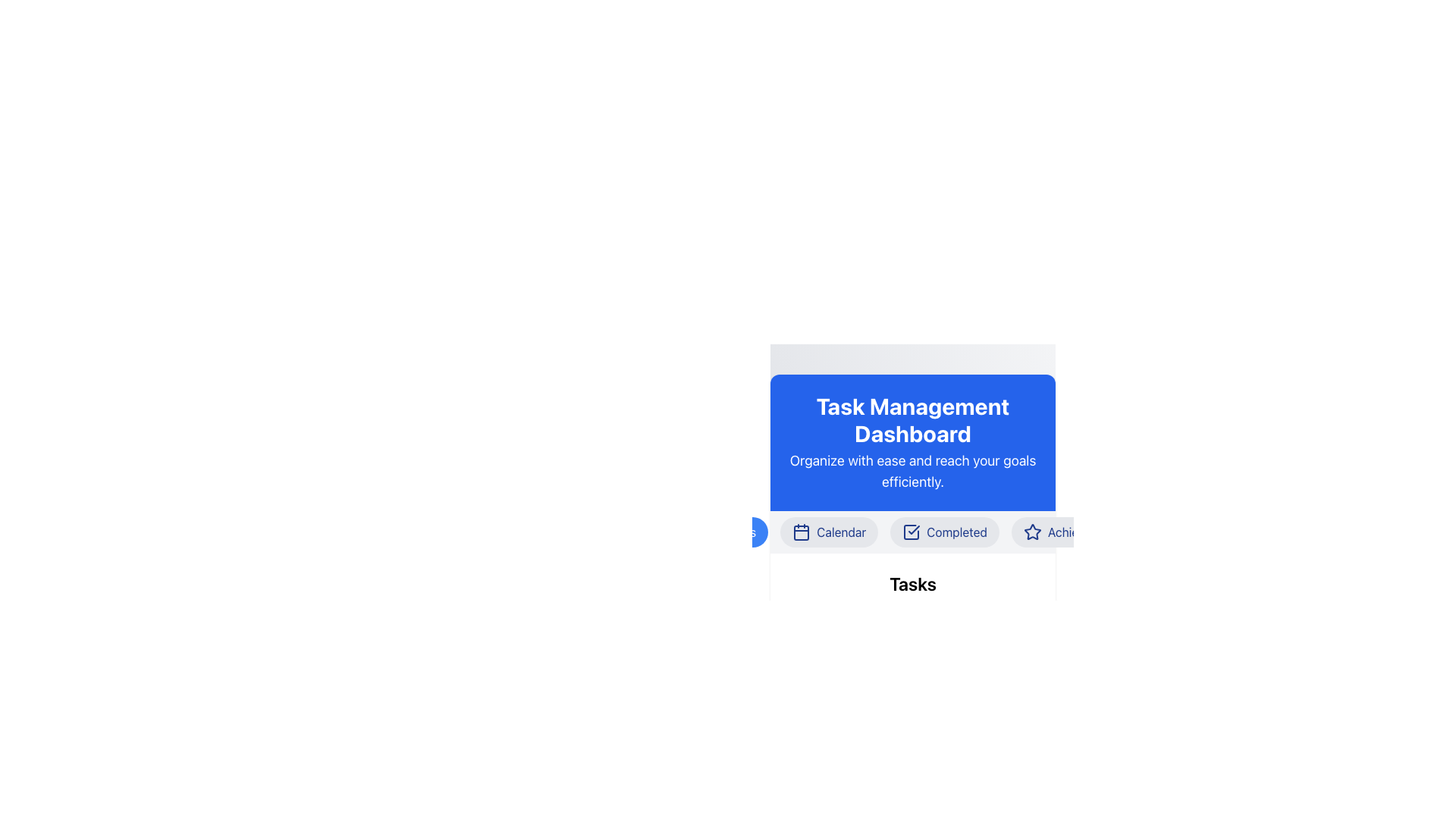 This screenshot has width=1456, height=819. Describe the element at coordinates (828, 532) in the screenshot. I see `the second button in the horizontal navigation menu below the 'Task Management Dashboard'` at that location.